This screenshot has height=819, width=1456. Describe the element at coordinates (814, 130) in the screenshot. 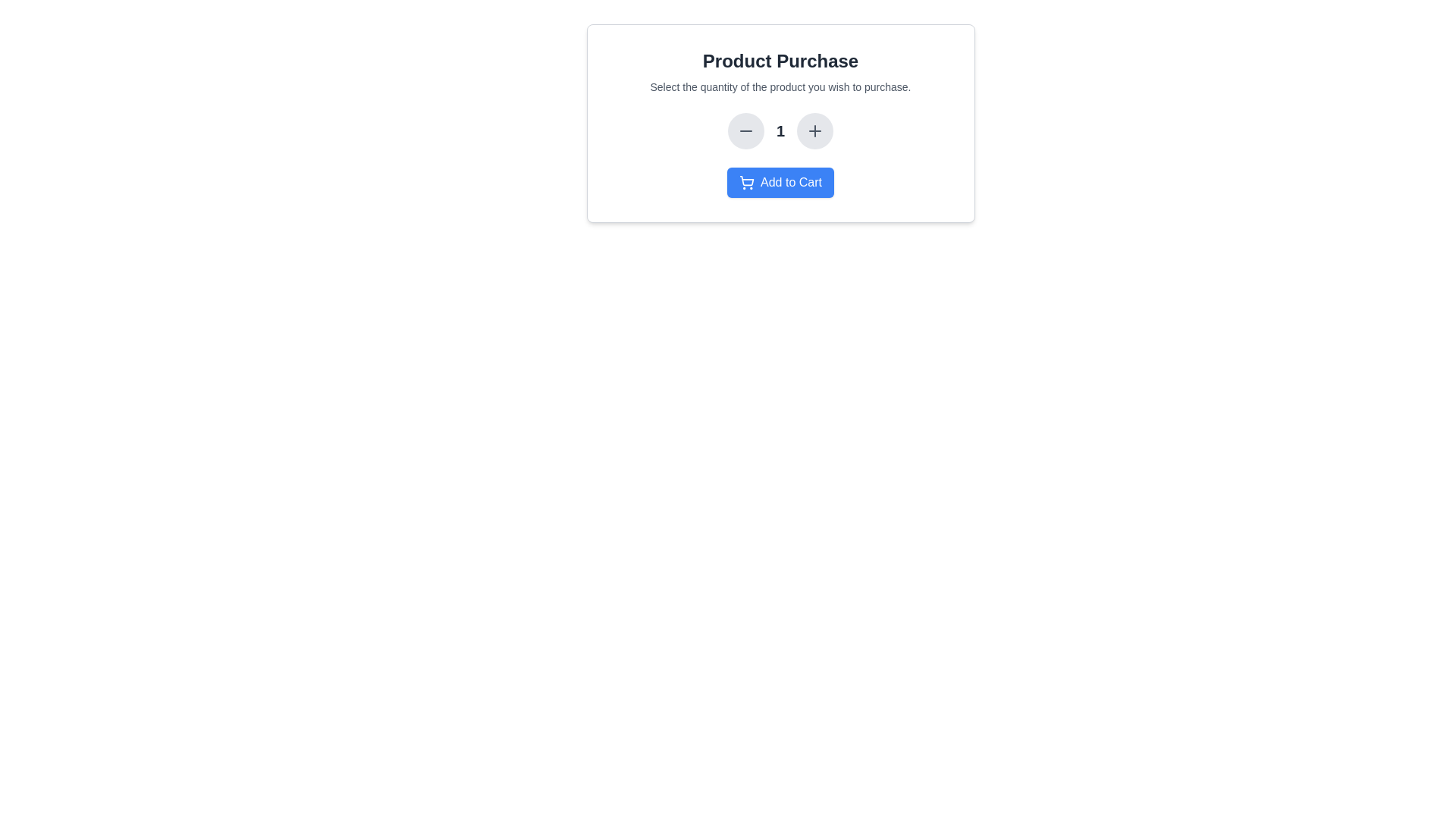

I see `the plus icon button, which is a circular button located to the far right of the quantity display` at that location.